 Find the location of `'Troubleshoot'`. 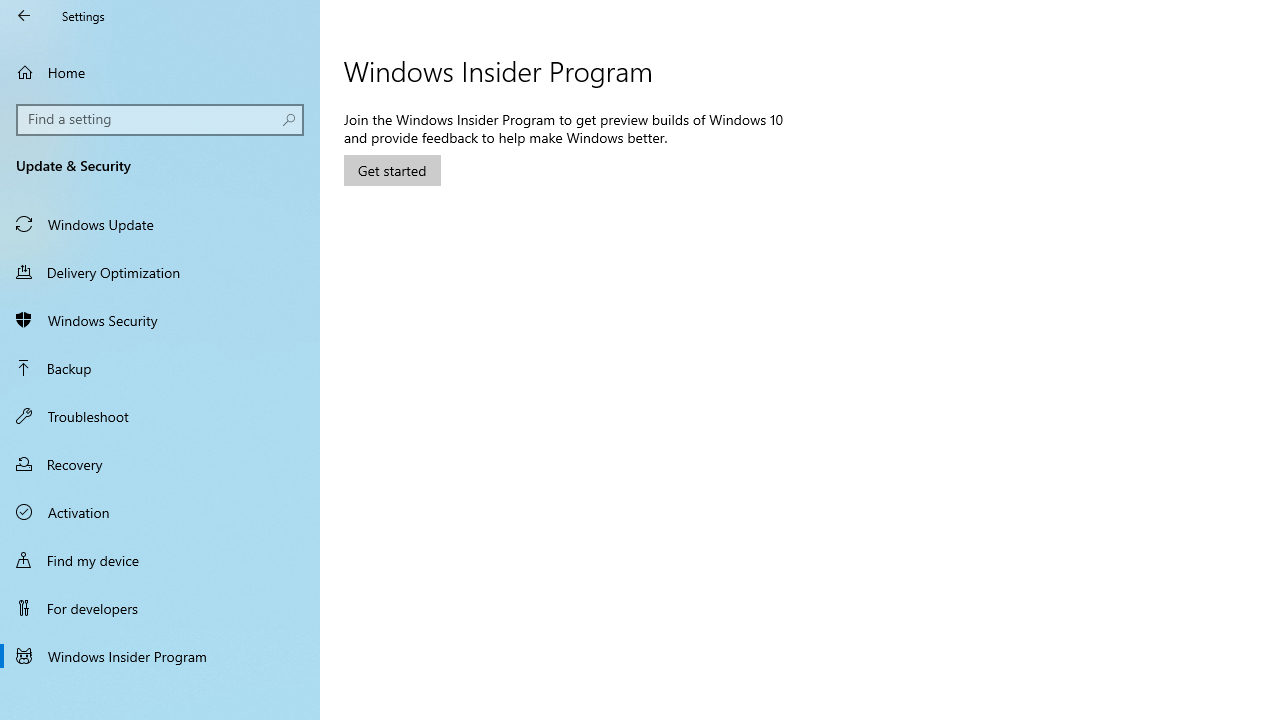

'Troubleshoot' is located at coordinates (160, 414).